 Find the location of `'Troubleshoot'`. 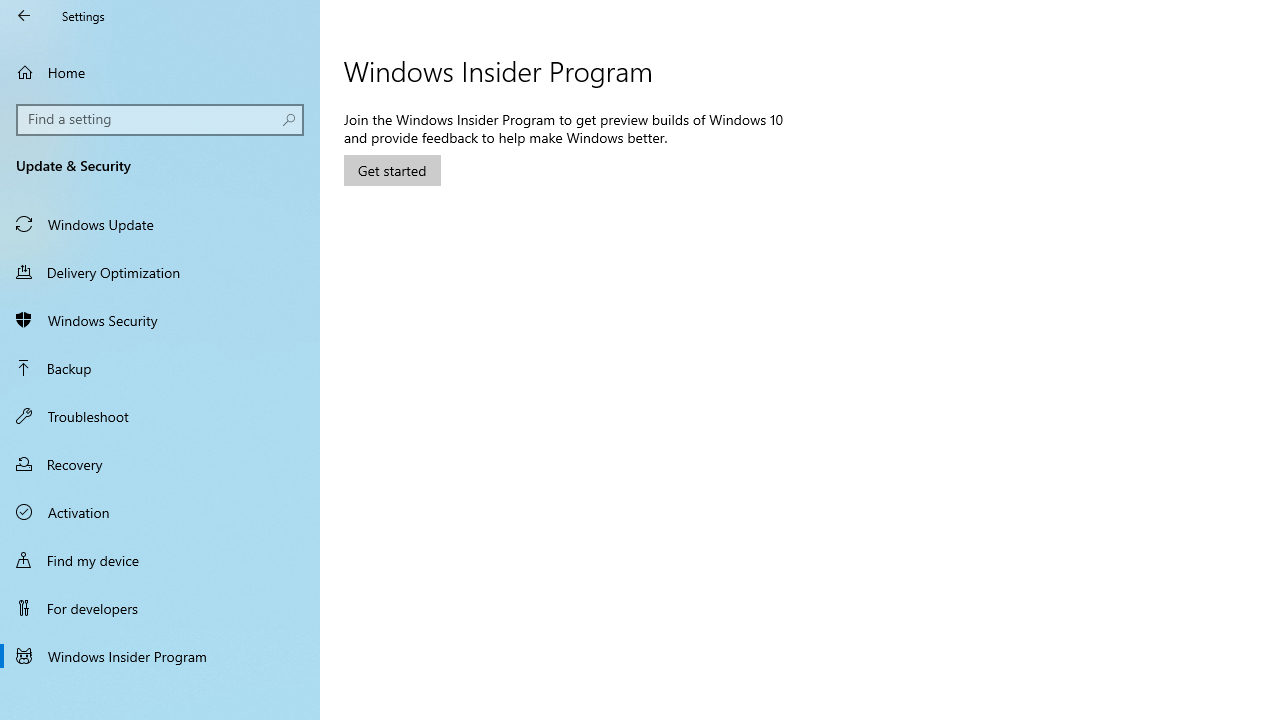

'Troubleshoot' is located at coordinates (160, 414).